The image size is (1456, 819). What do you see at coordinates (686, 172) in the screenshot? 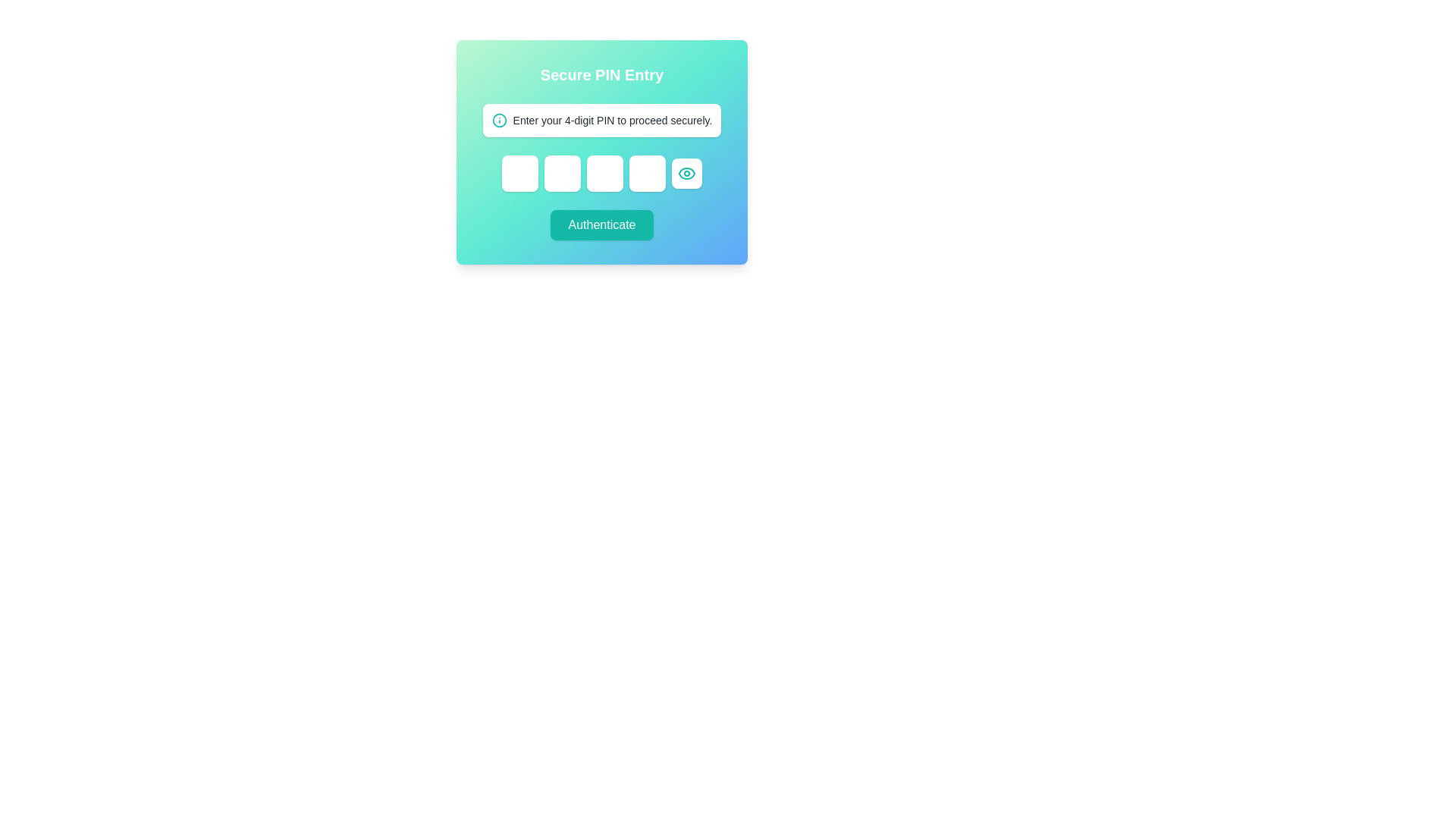
I see `the toggle visibility icon located to the right of the last PIN input field` at bounding box center [686, 172].